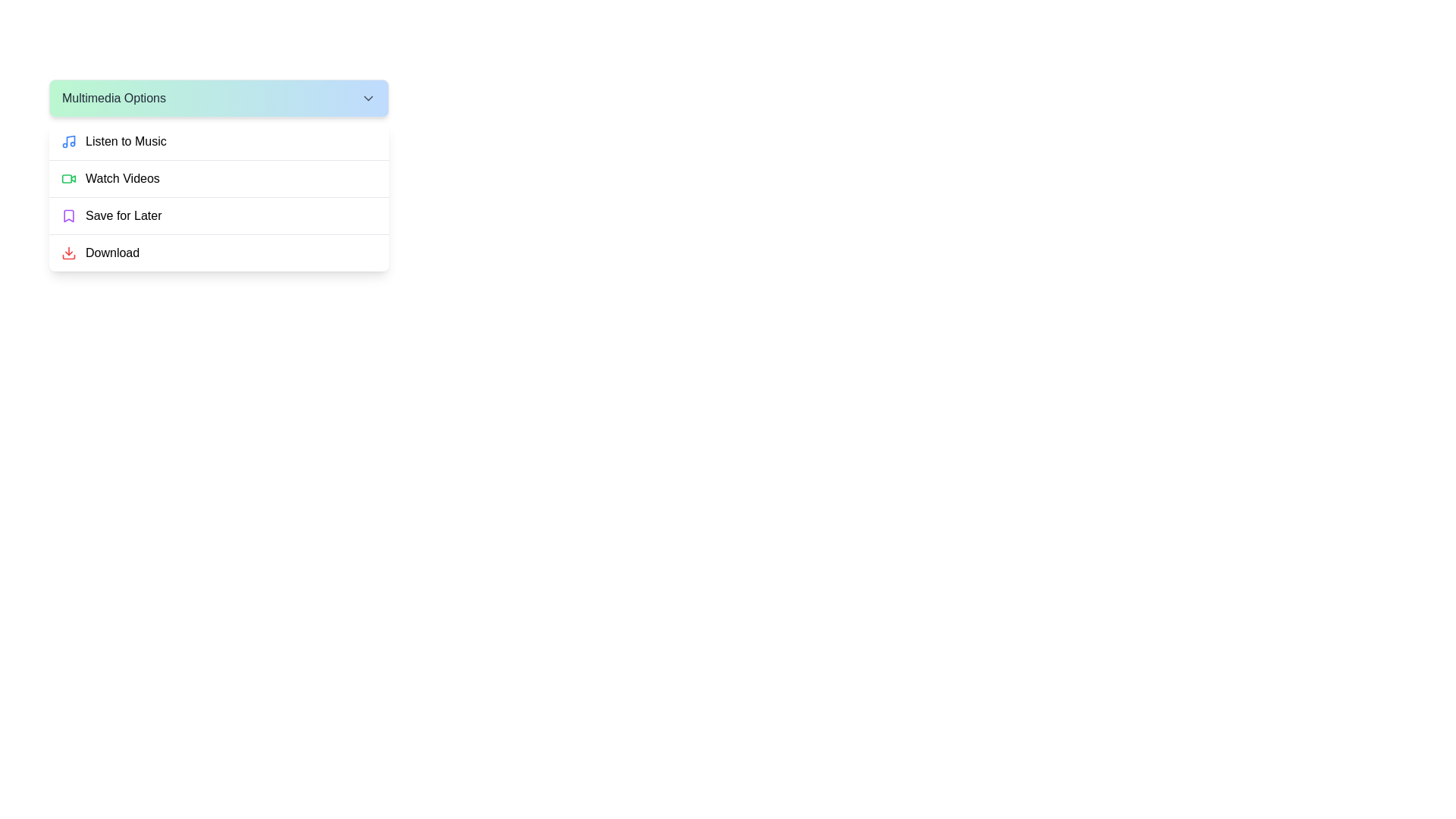 Image resolution: width=1456 pixels, height=819 pixels. I want to click on the 'Save for Later' icon located to the left of the text label, so click(68, 216).